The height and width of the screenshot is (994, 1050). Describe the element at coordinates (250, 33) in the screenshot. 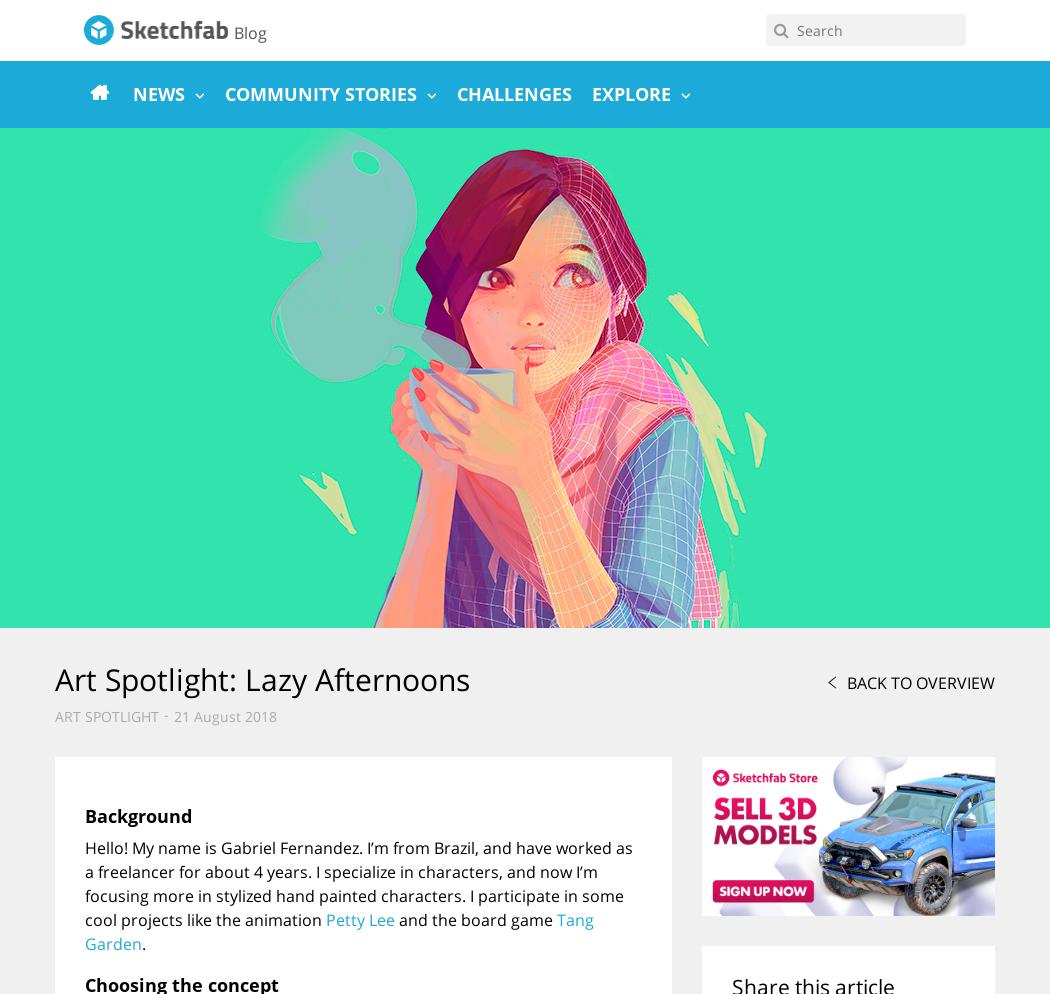

I see `'Blog'` at that location.